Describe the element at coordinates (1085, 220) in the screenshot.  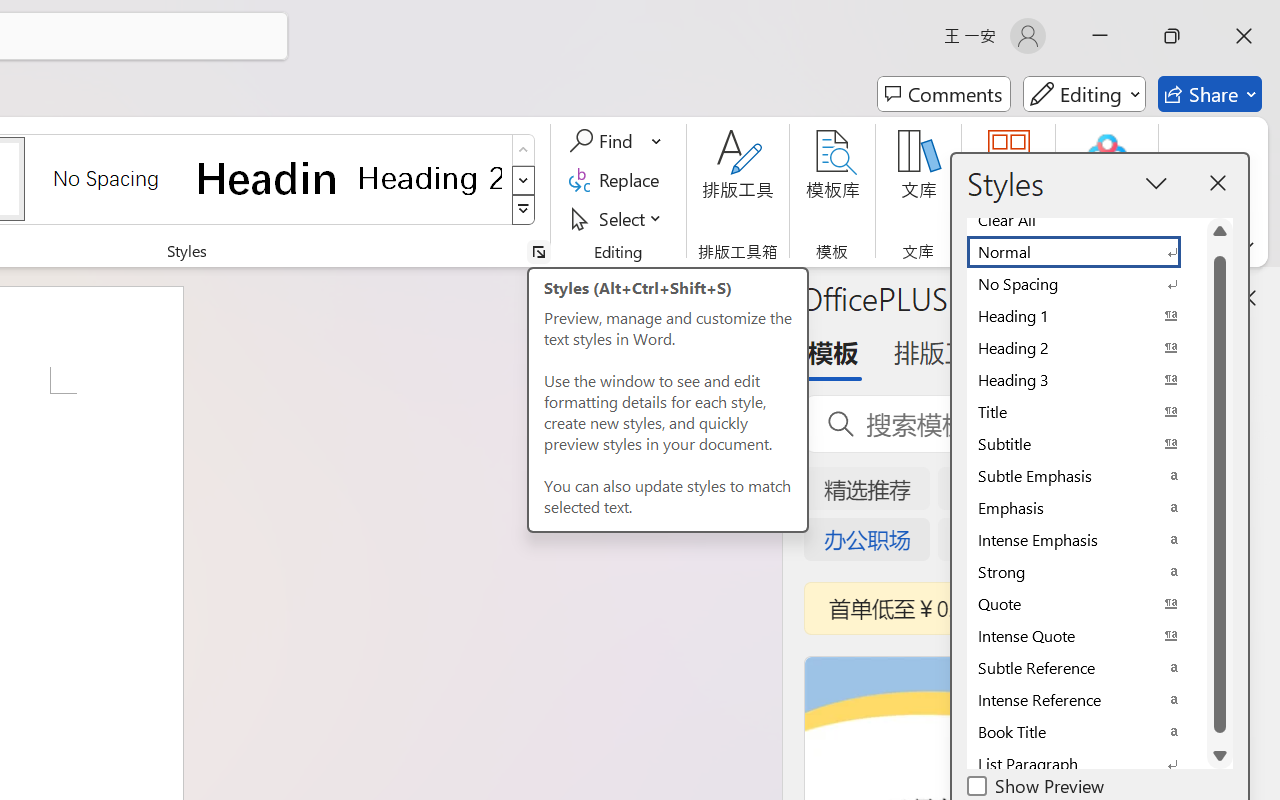
I see `'Clear All'` at that location.